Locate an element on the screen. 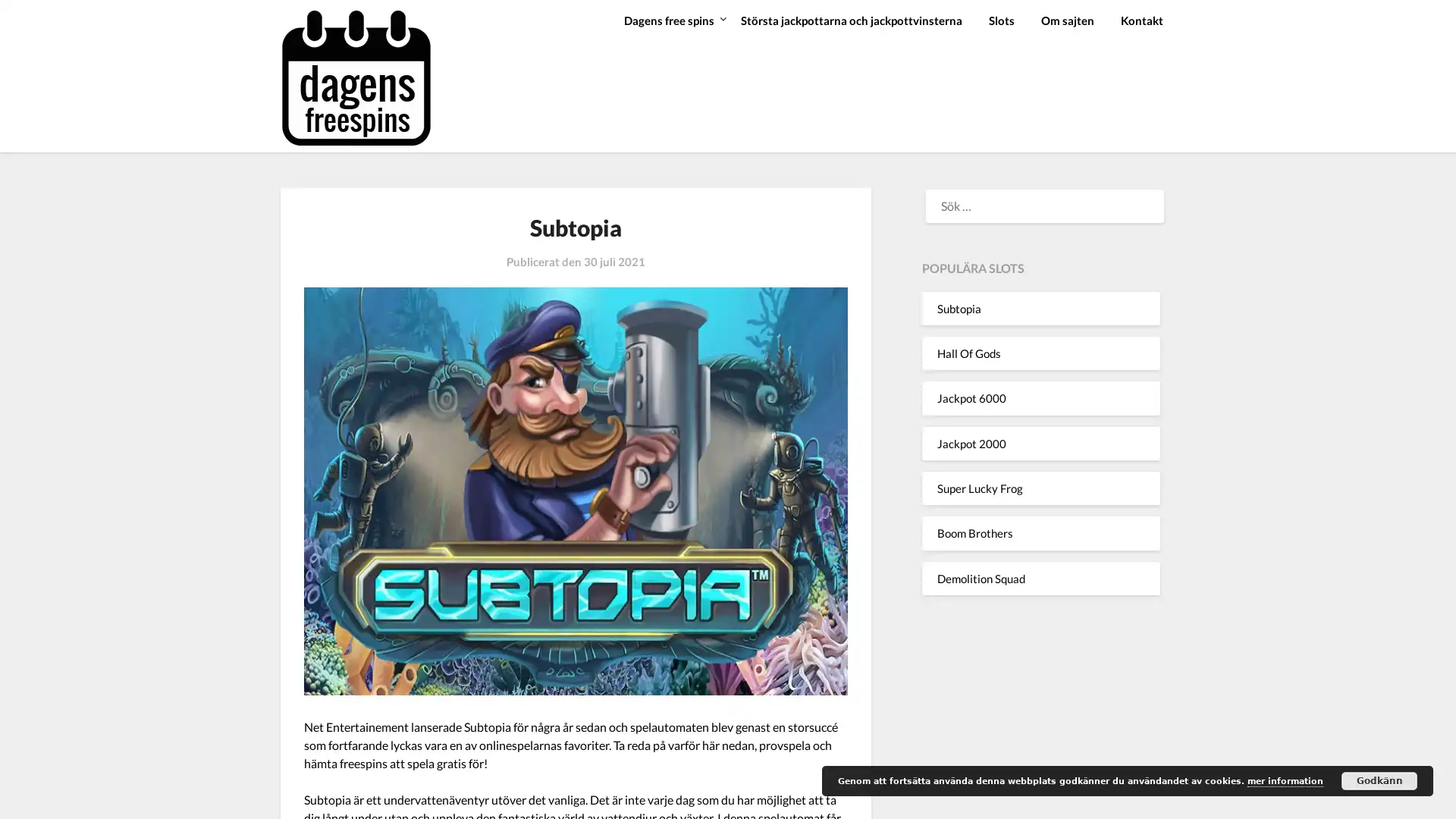  Godkann is located at coordinates (1379, 780).